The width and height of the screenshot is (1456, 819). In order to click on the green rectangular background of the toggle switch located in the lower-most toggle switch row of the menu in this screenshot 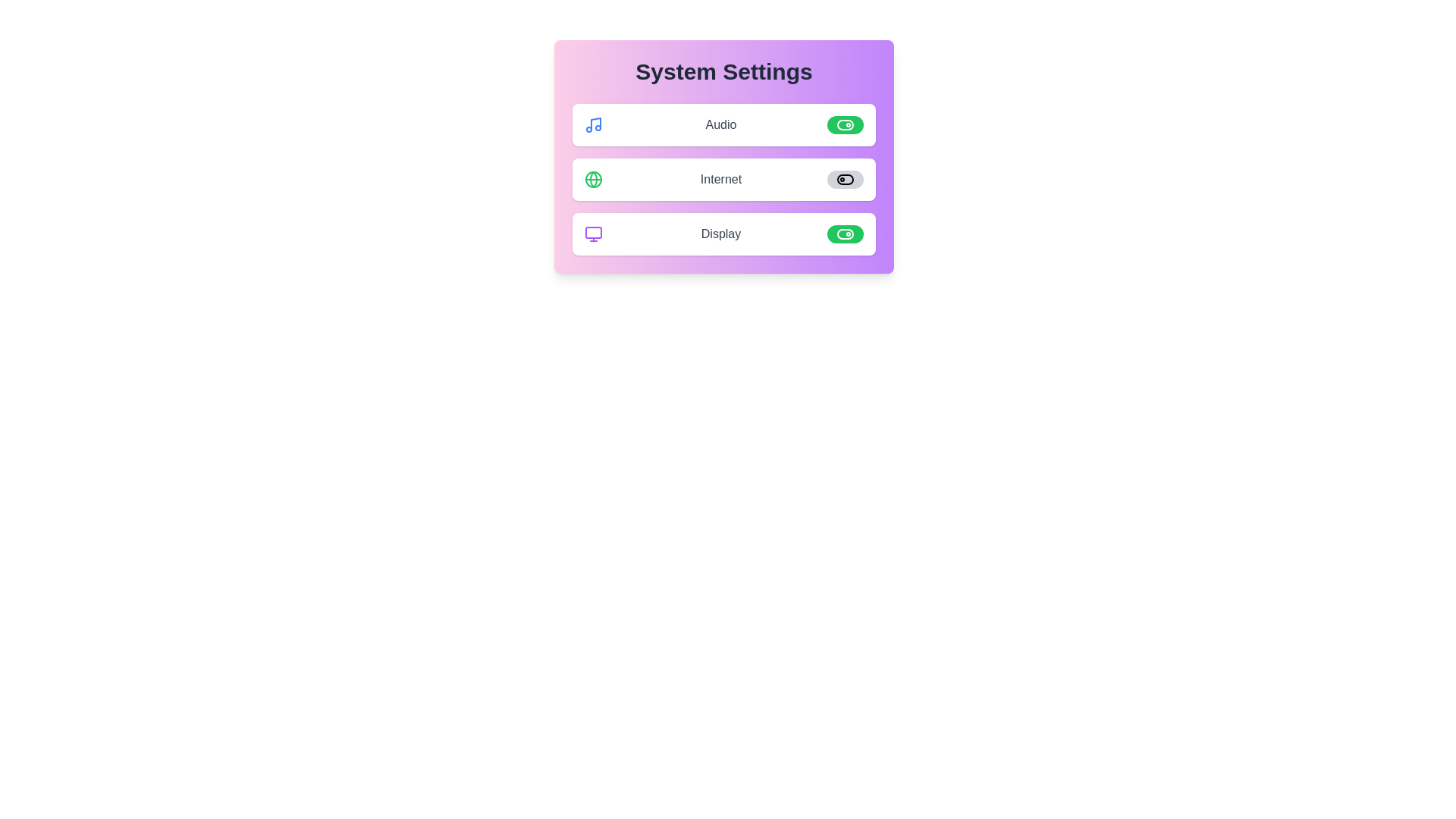, I will do `click(844, 234)`.